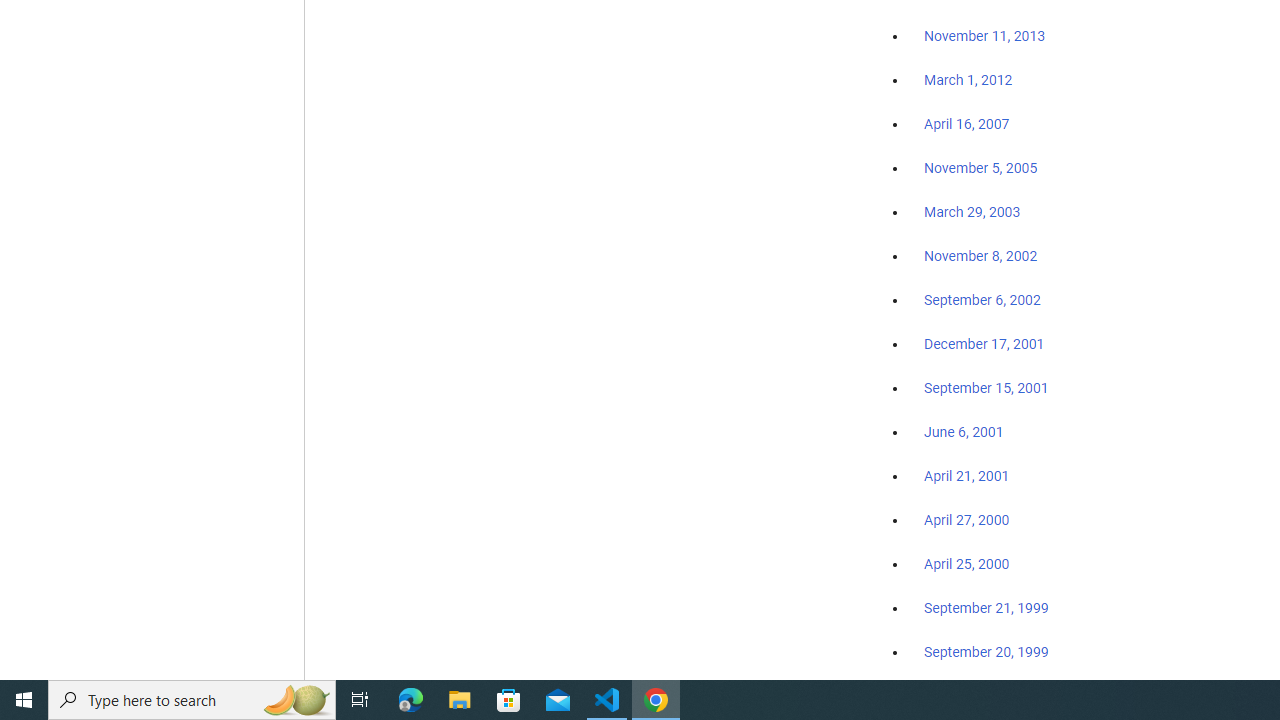  I want to click on 'November 11, 2013', so click(984, 37).